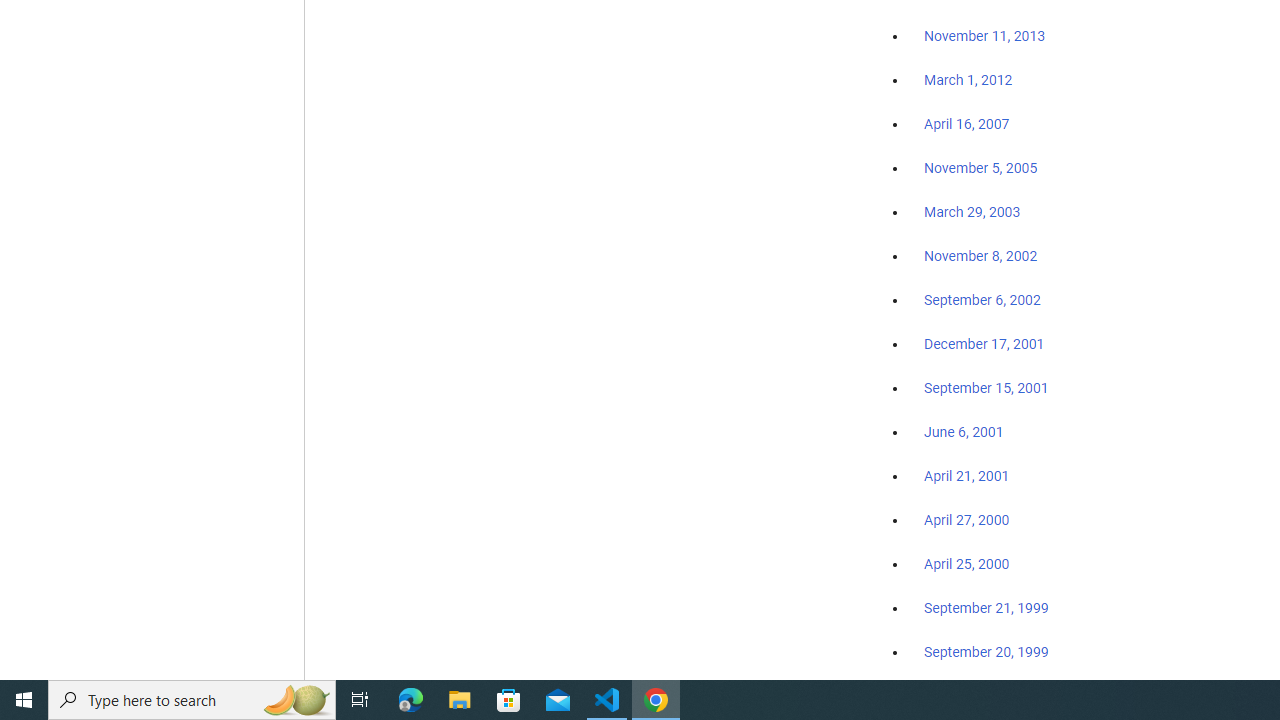  I want to click on 'November 11, 2013', so click(984, 37).